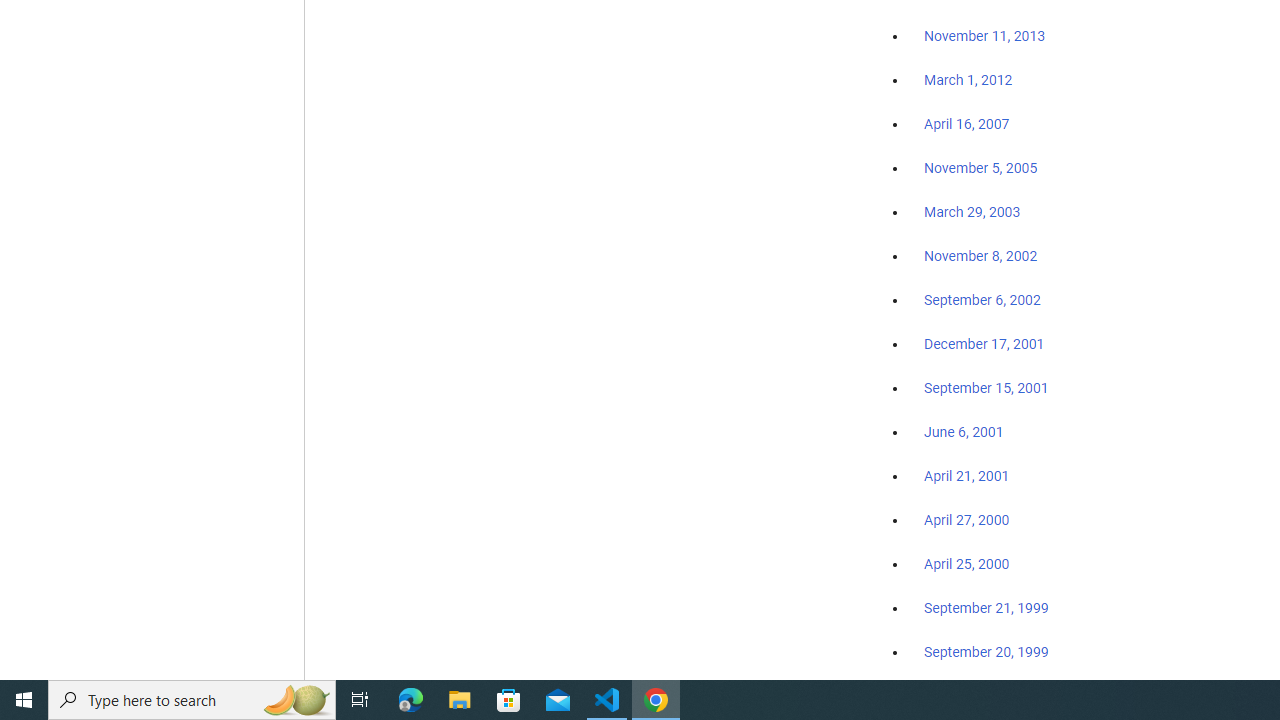  I want to click on 'November 11, 2013', so click(984, 37).